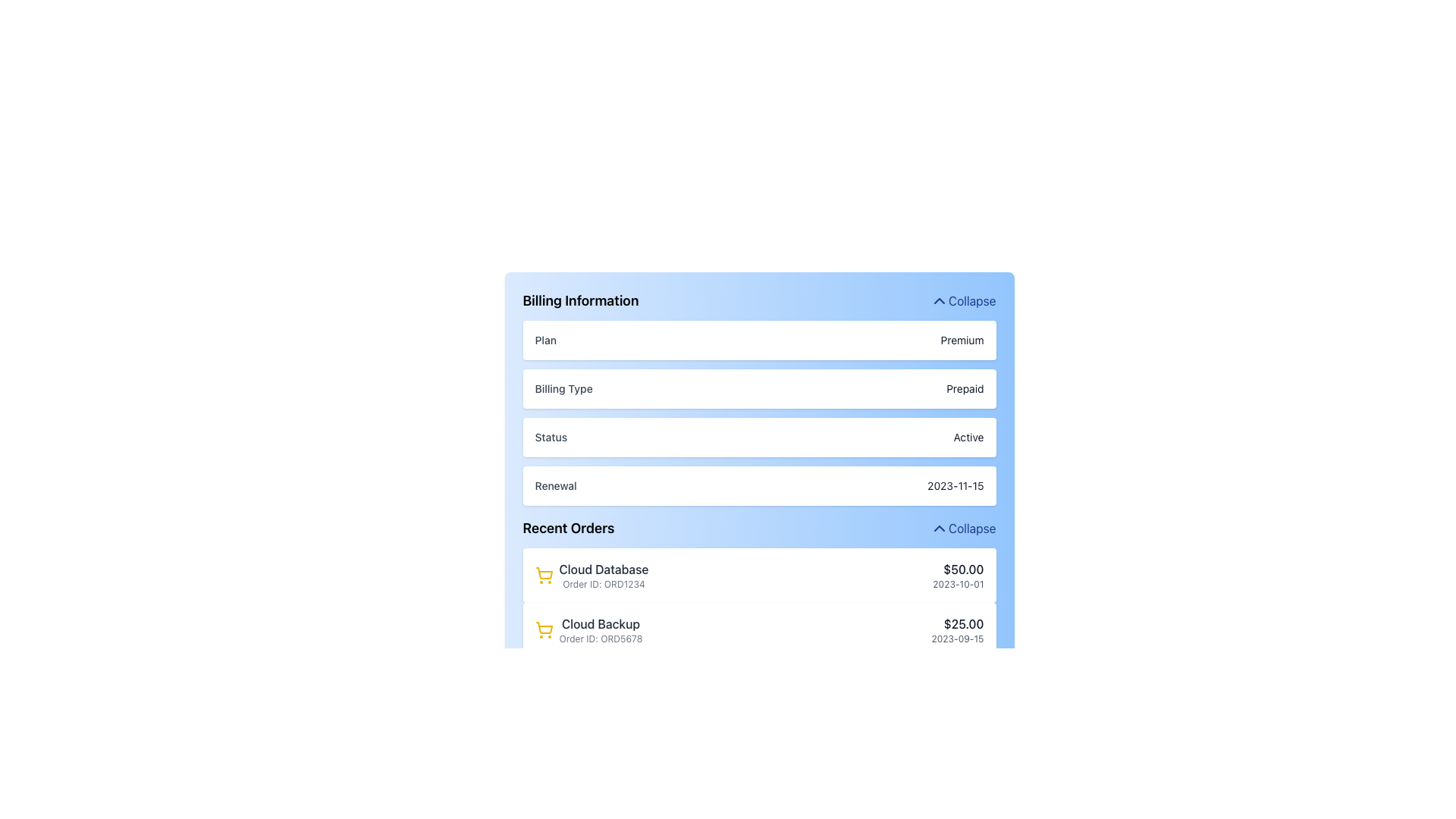  I want to click on the yellow shopping cart icon located in the bottom section of the page under the 'Recent Orders' header, which is horizontally aligned to the left of the first order entry, so click(544, 628).